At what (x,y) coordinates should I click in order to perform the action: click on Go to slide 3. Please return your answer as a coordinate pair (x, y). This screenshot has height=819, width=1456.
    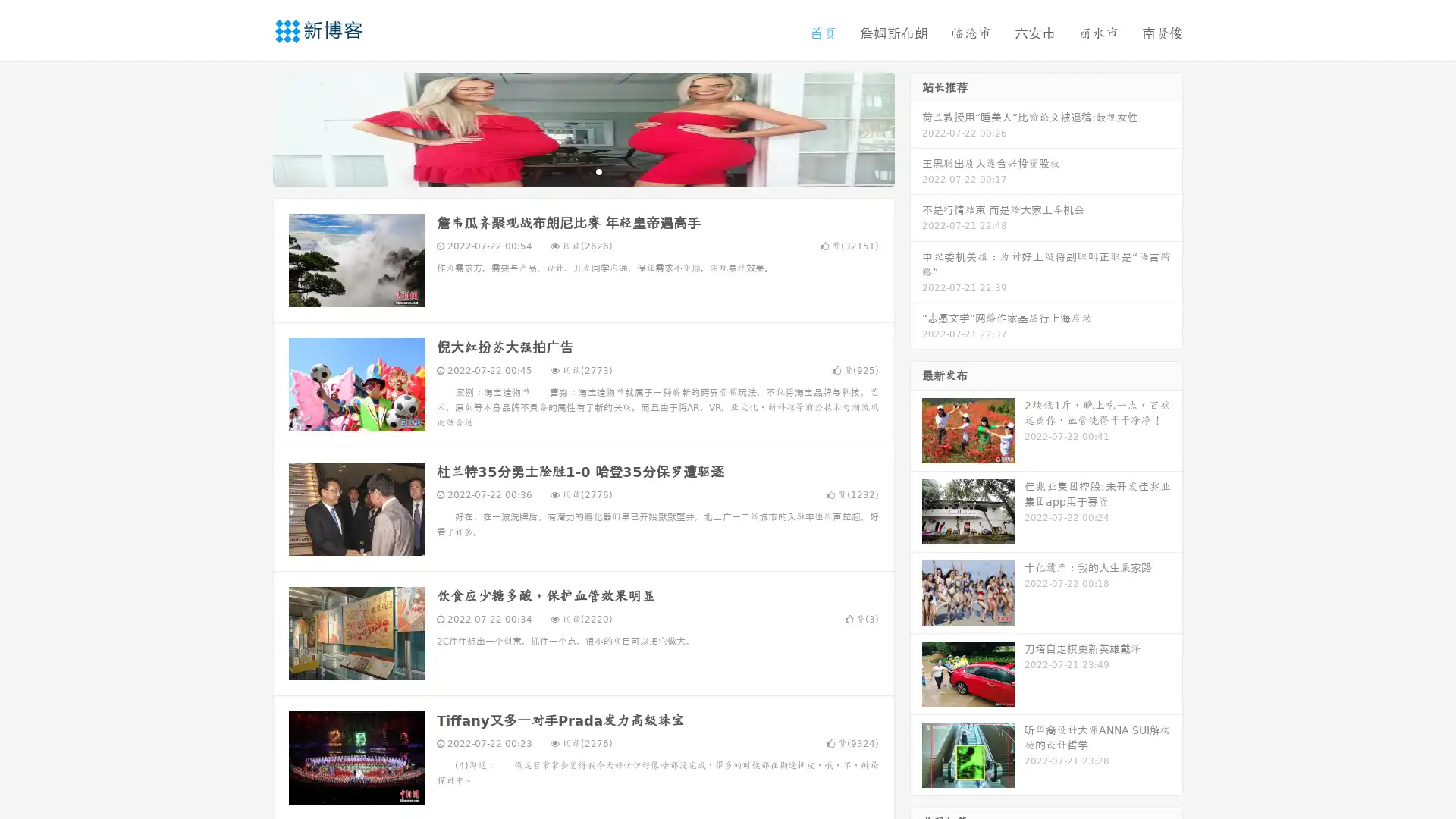
    Looking at the image, I should click on (598, 171).